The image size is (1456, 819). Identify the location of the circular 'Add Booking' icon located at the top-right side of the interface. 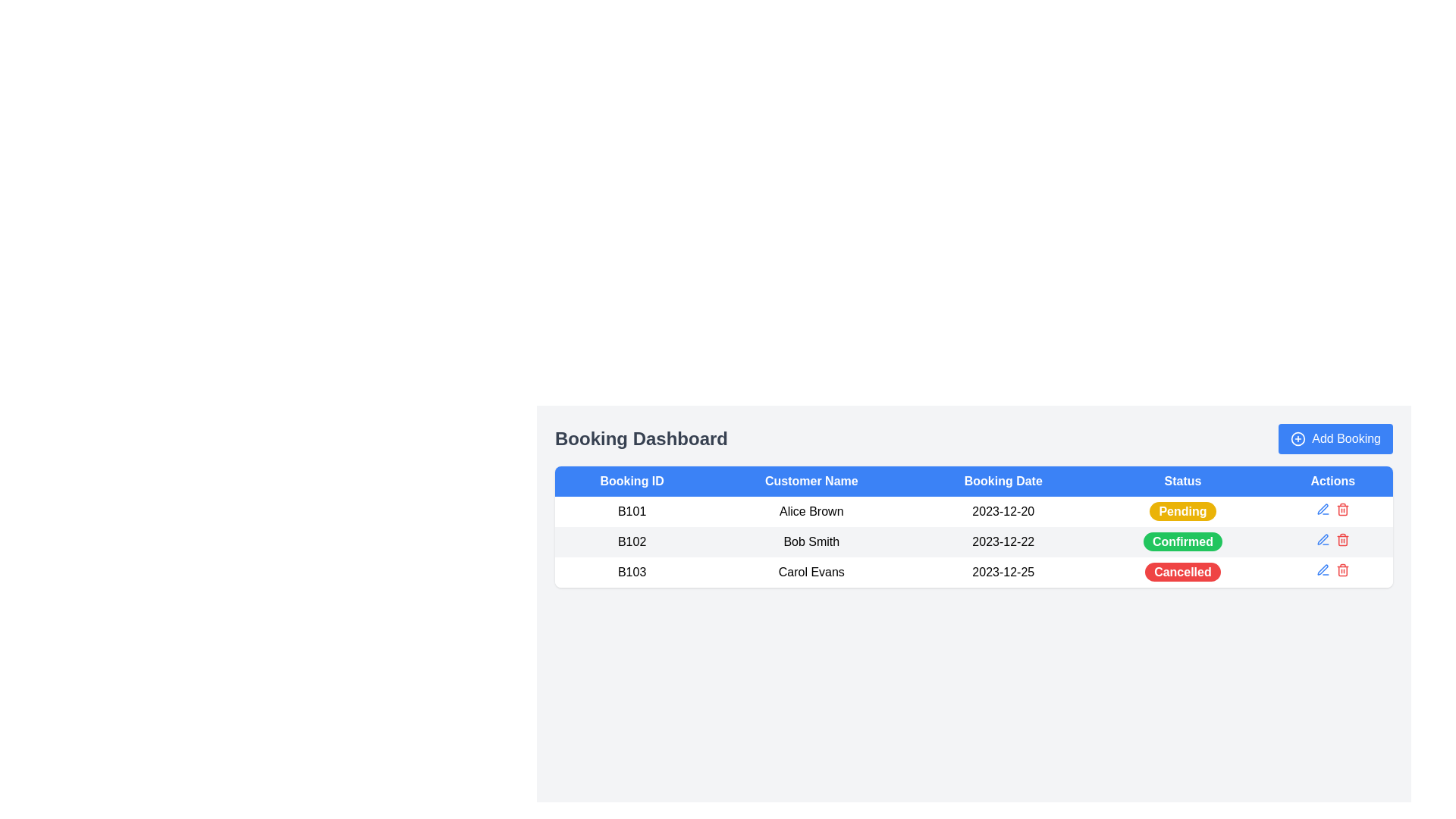
(1298, 438).